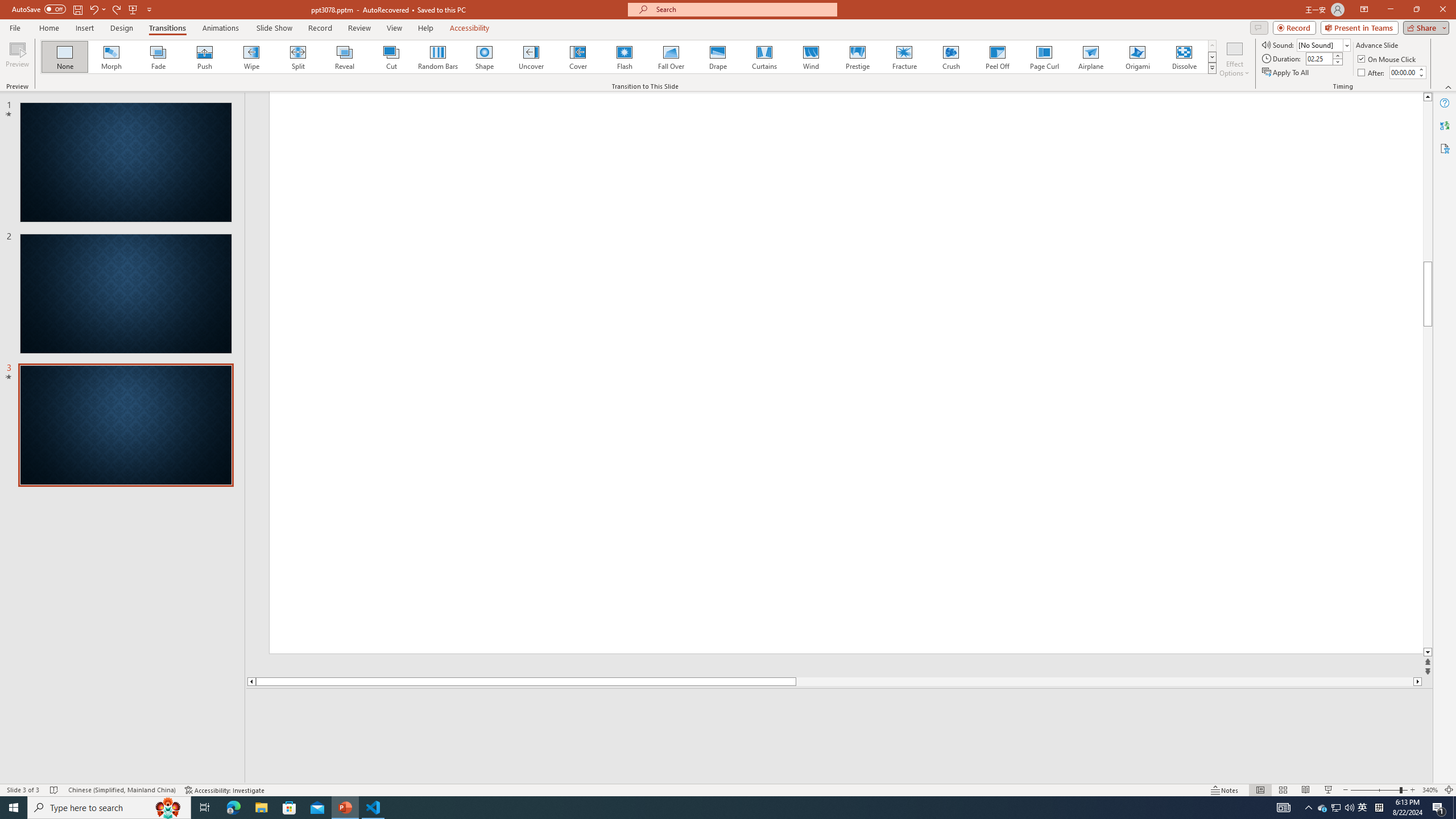 This screenshot has width=1456, height=819. I want to click on 'Effect Options', so click(1234, 59).